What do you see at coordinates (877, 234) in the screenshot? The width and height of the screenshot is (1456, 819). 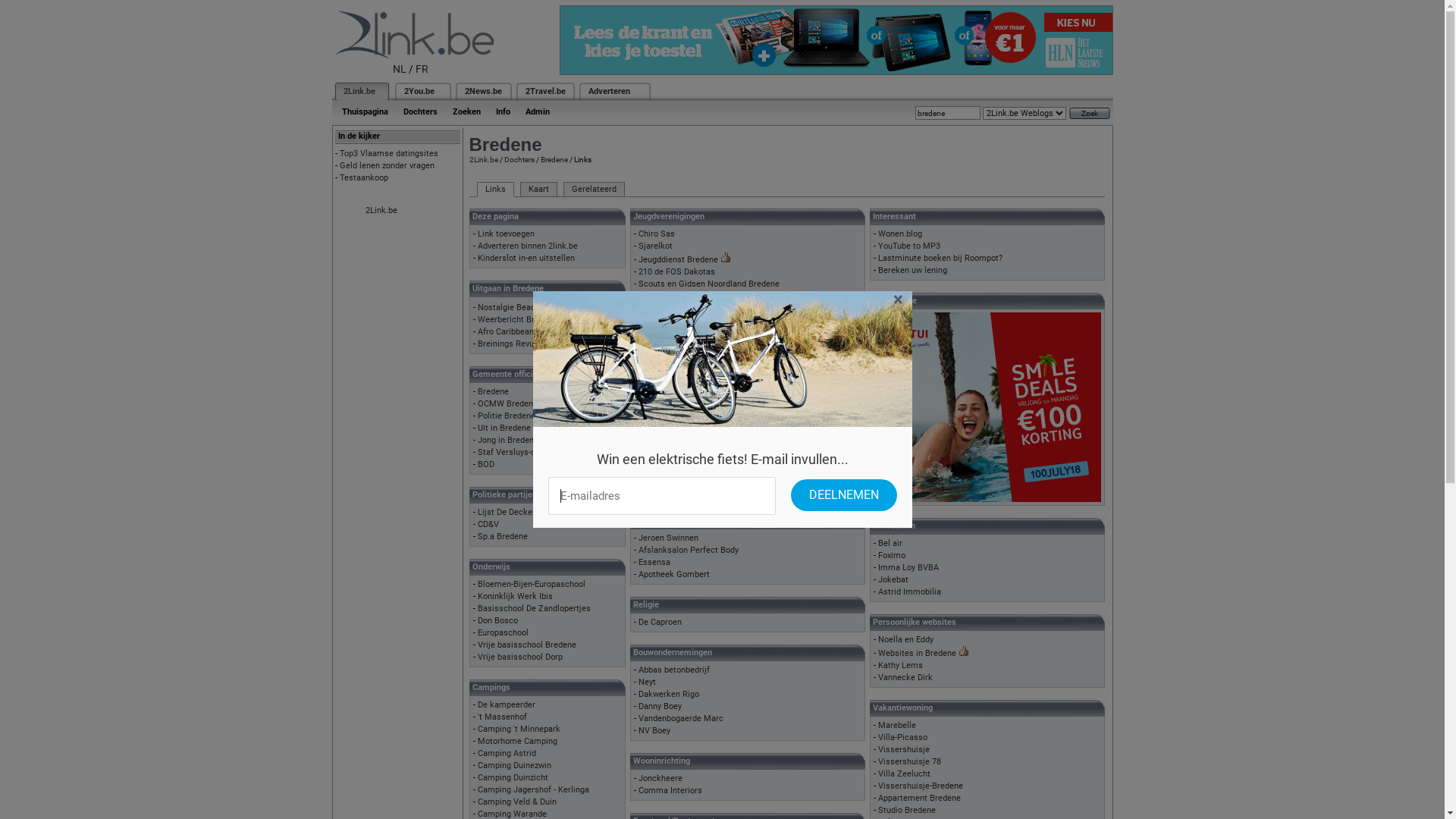 I see `'Wonen.blog'` at bounding box center [877, 234].